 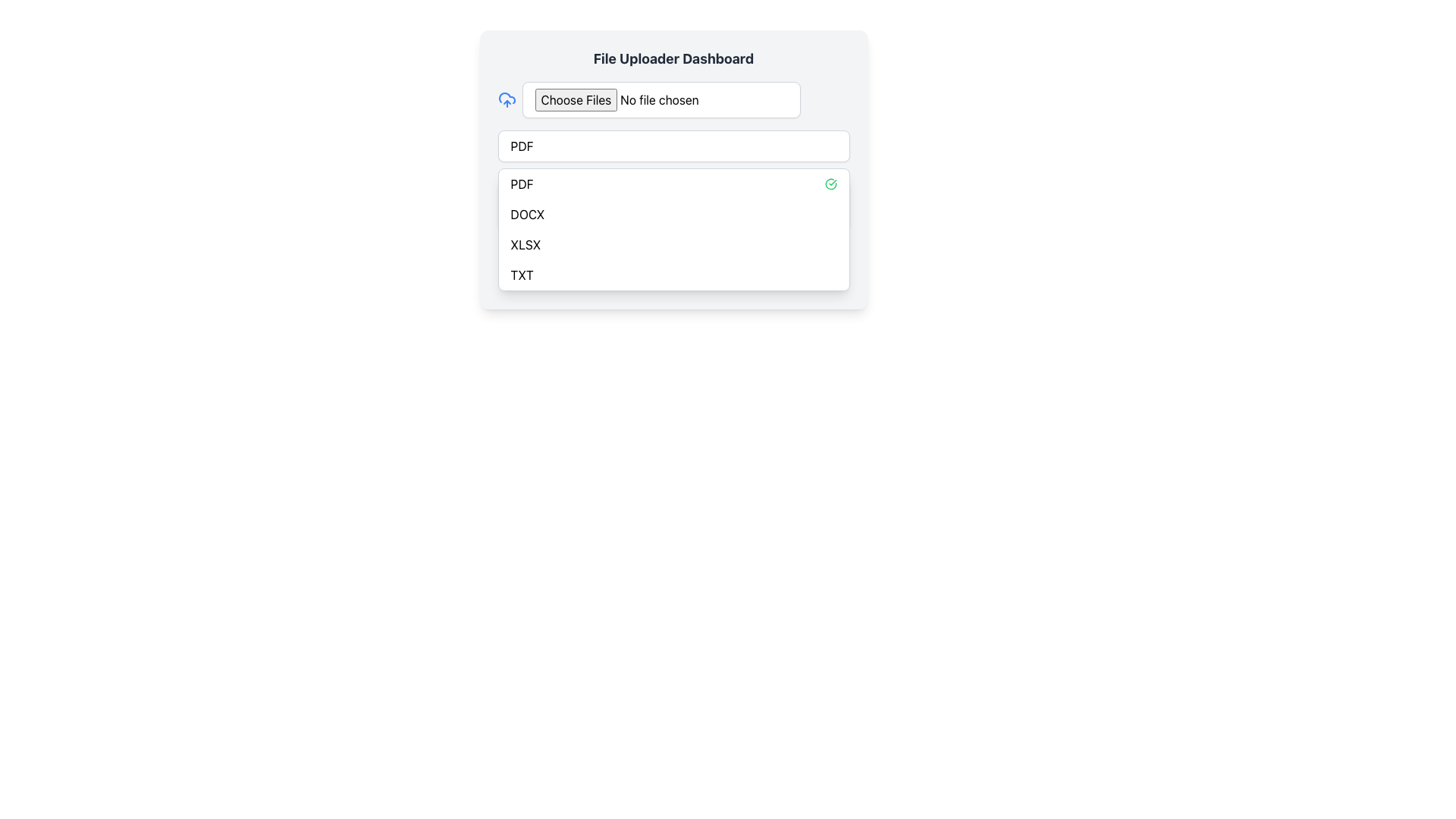 What do you see at coordinates (673, 230) in the screenshot?
I see `the dropdown menu` at bounding box center [673, 230].